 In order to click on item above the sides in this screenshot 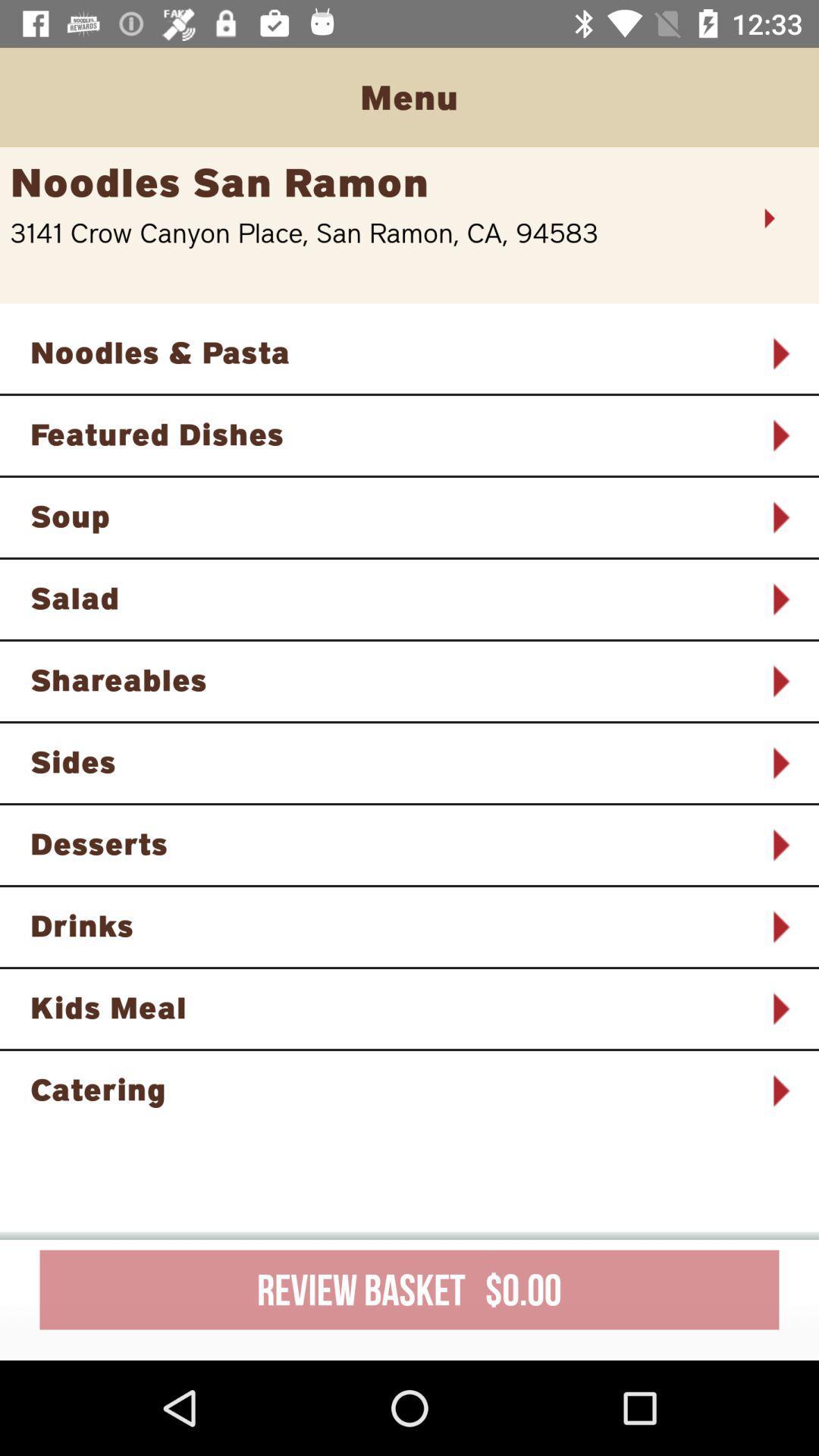, I will do `click(389, 679)`.